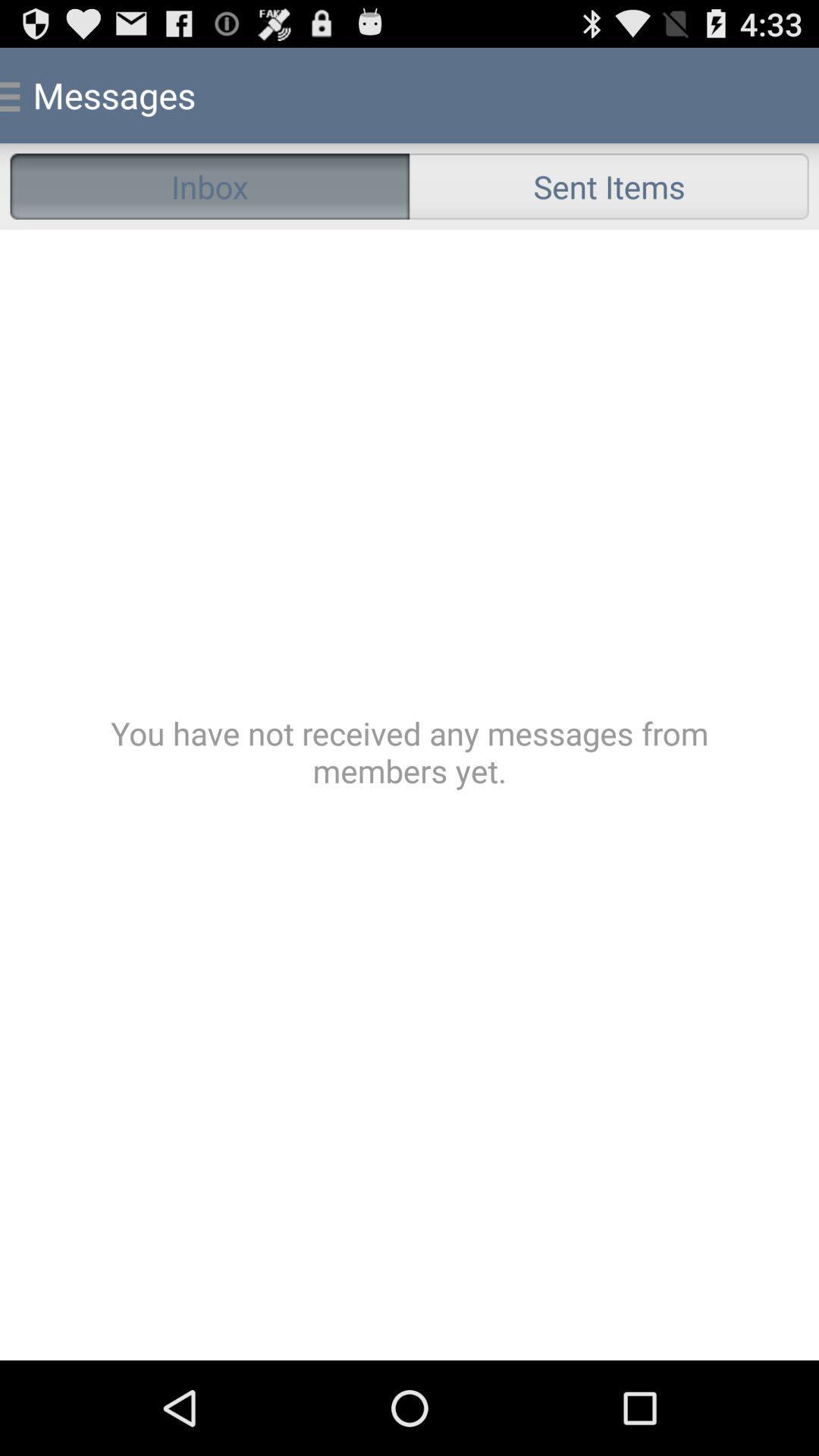 This screenshot has width=819, height=1456. Describe the element at coordinates (608, 185) in the screenshot. I see `icon at the top right corner` at that location.